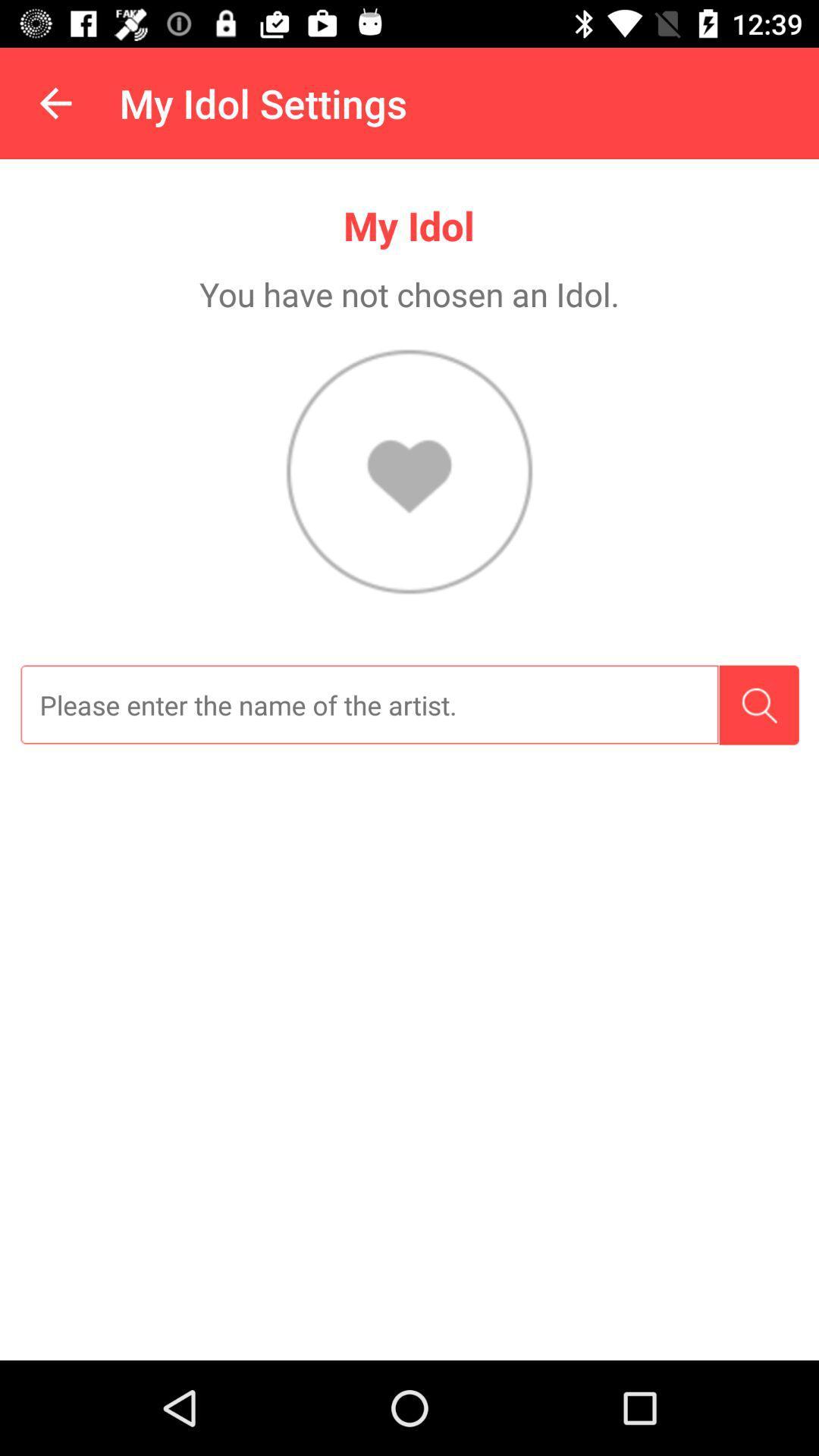  I want to click on search, so click(759, 704).